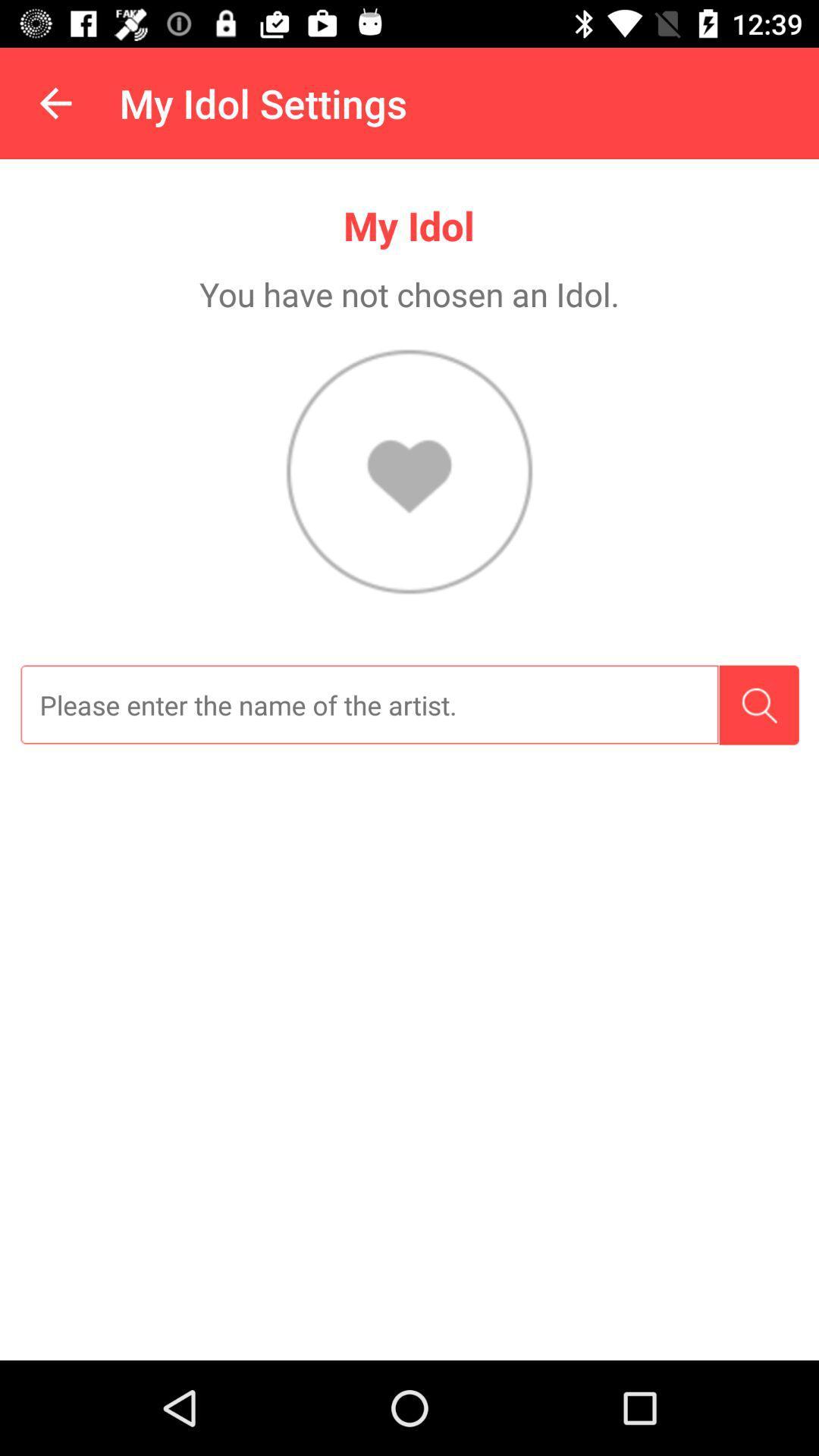  I want to click on search, so click(759, 704).